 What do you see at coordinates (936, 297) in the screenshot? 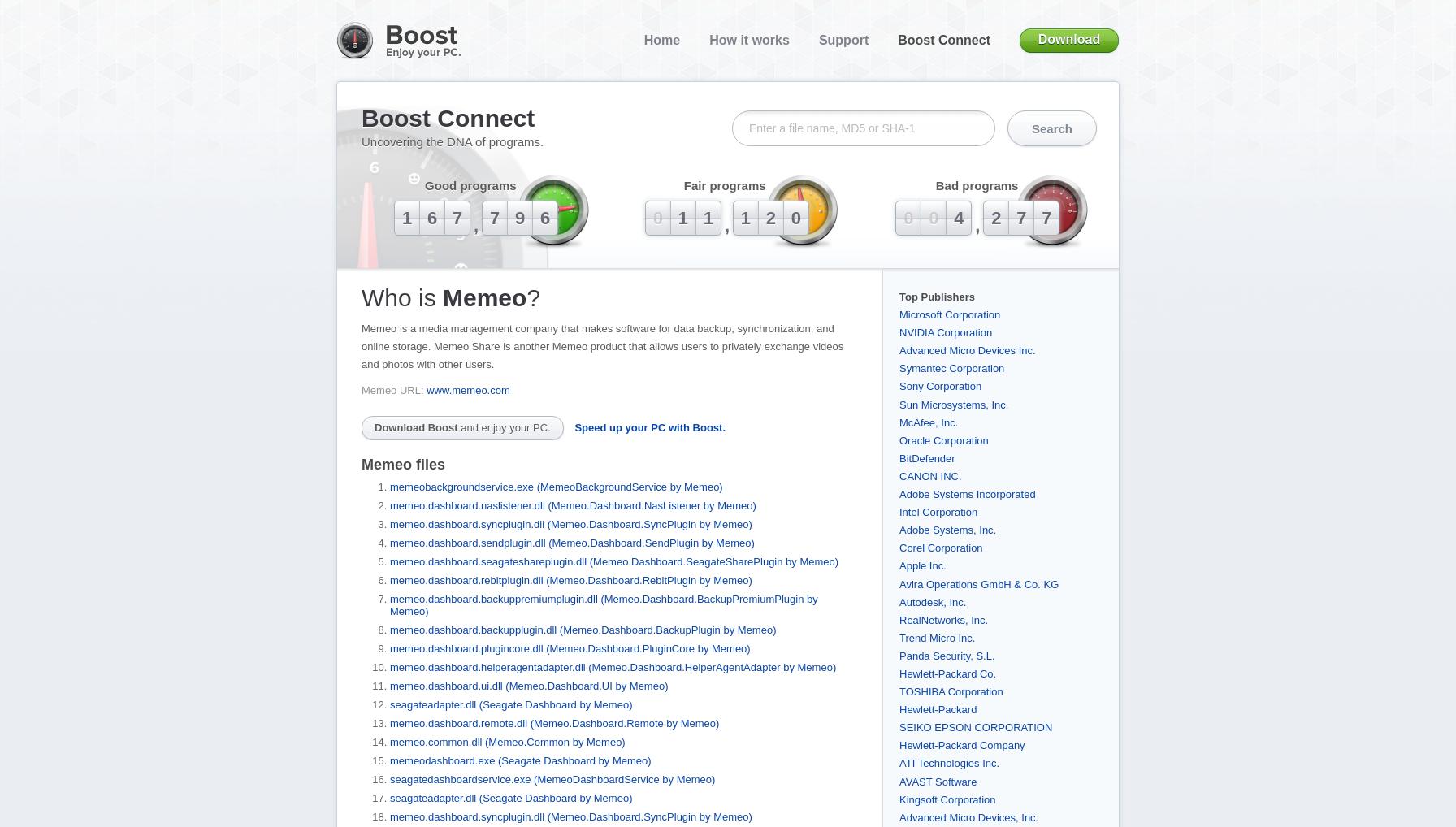
I see `'Top Publishers'` at bounding box center [936, 297].